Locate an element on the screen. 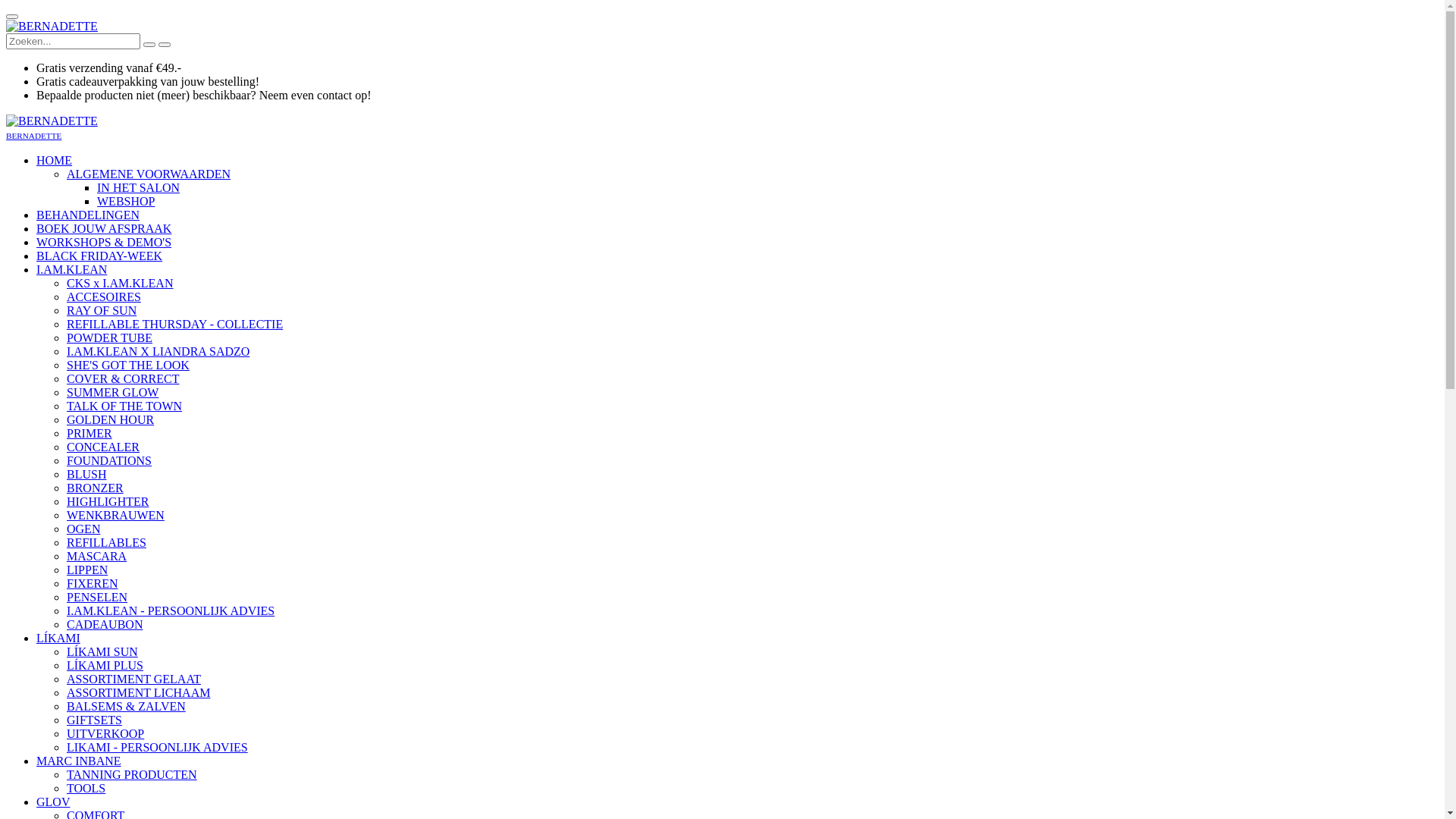  'LIKAMI - PERSOONLIJK ADVIES' is located at coordinates (157, 746).